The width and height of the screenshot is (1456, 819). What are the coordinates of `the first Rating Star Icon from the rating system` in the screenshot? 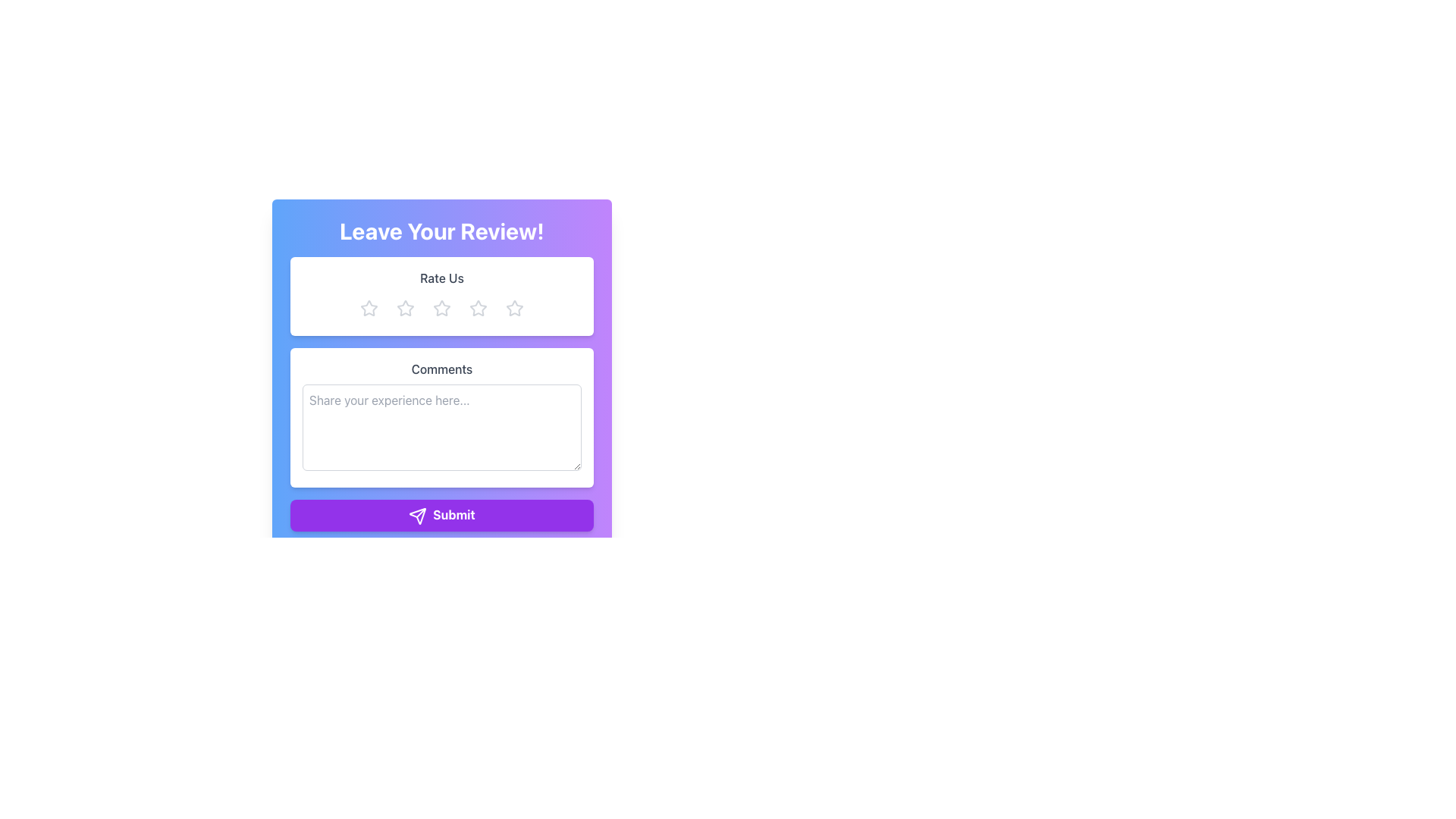 It's located at (369, 307).